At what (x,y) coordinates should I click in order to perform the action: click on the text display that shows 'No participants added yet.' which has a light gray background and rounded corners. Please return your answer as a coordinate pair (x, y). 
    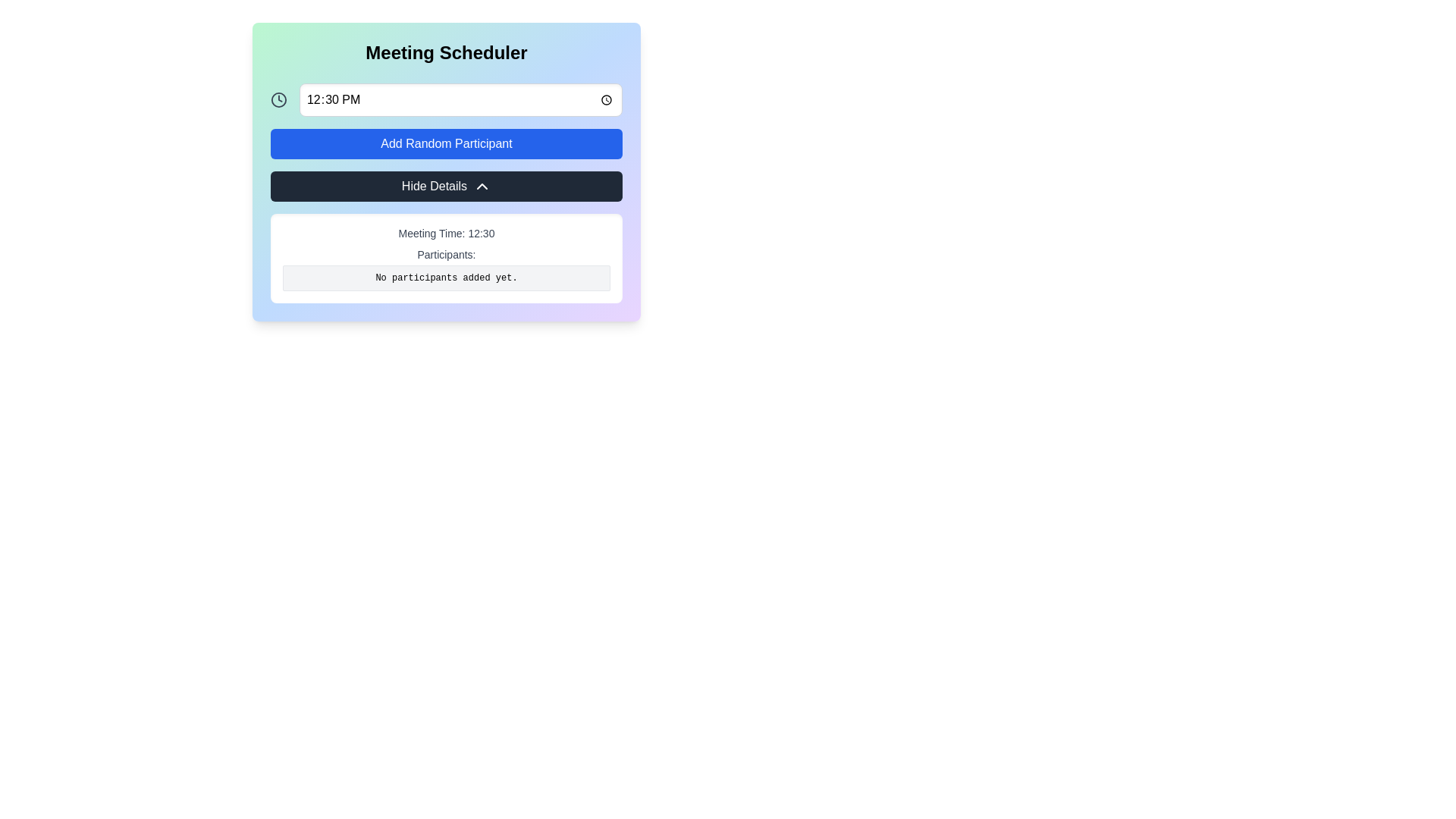
    Looking at the image, I should click on (446, 278).